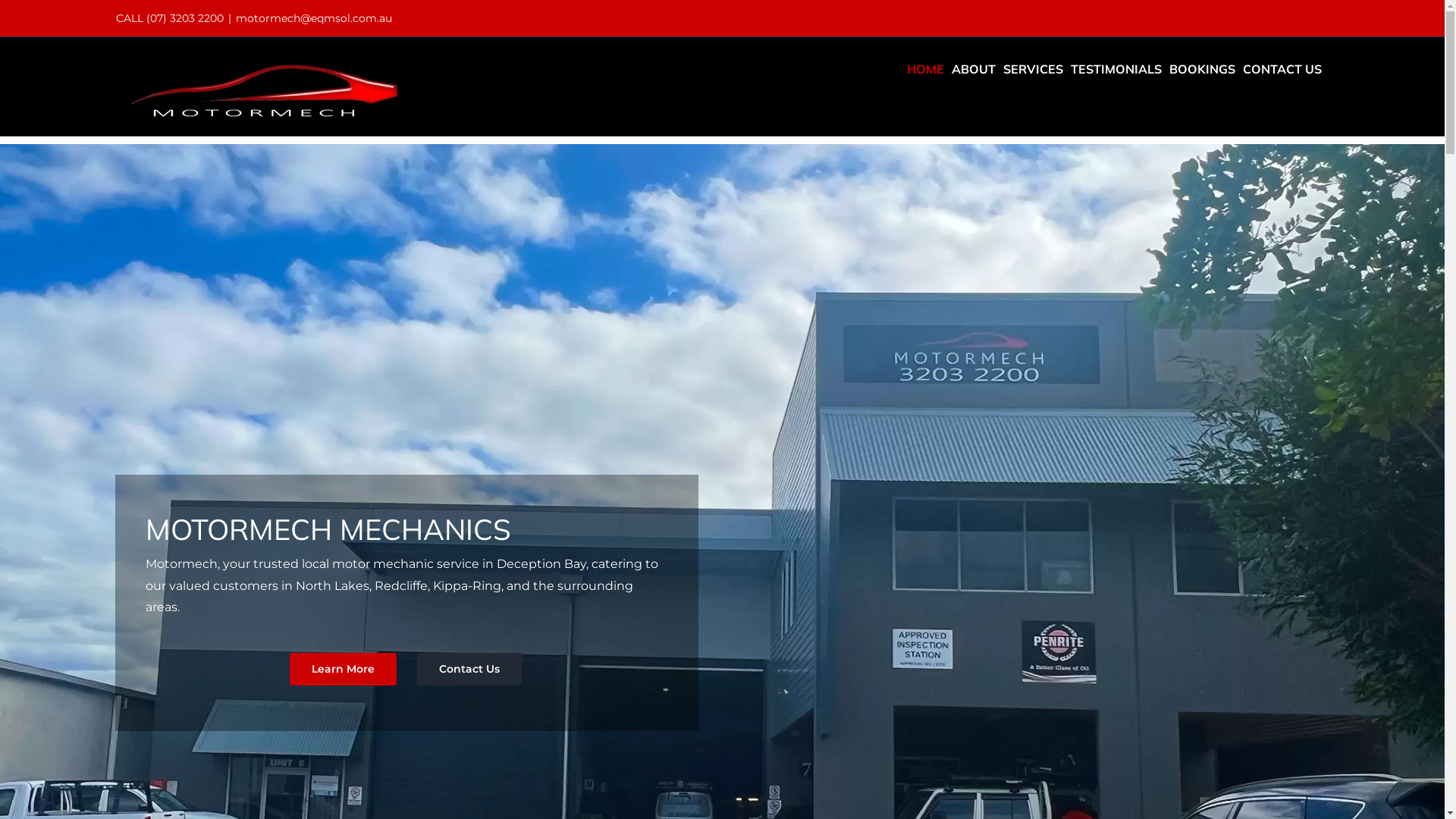 This screenshot has height=819, width=1456. Describe the element at coordinates (972, 69) in the screenshot. I see `'ABOUT'` at that location.